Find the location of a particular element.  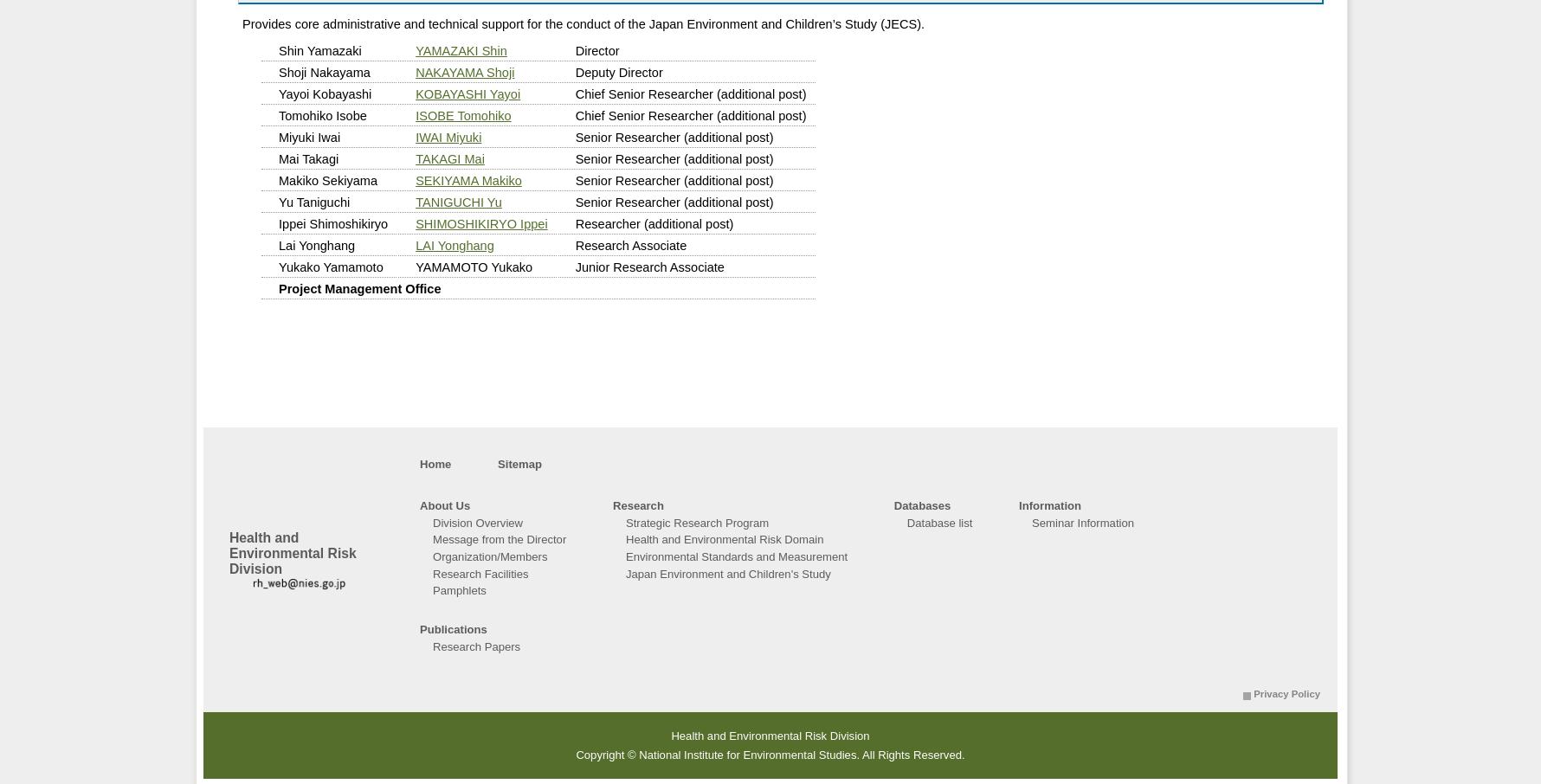

'Home' is located at coordinates (435, 464).